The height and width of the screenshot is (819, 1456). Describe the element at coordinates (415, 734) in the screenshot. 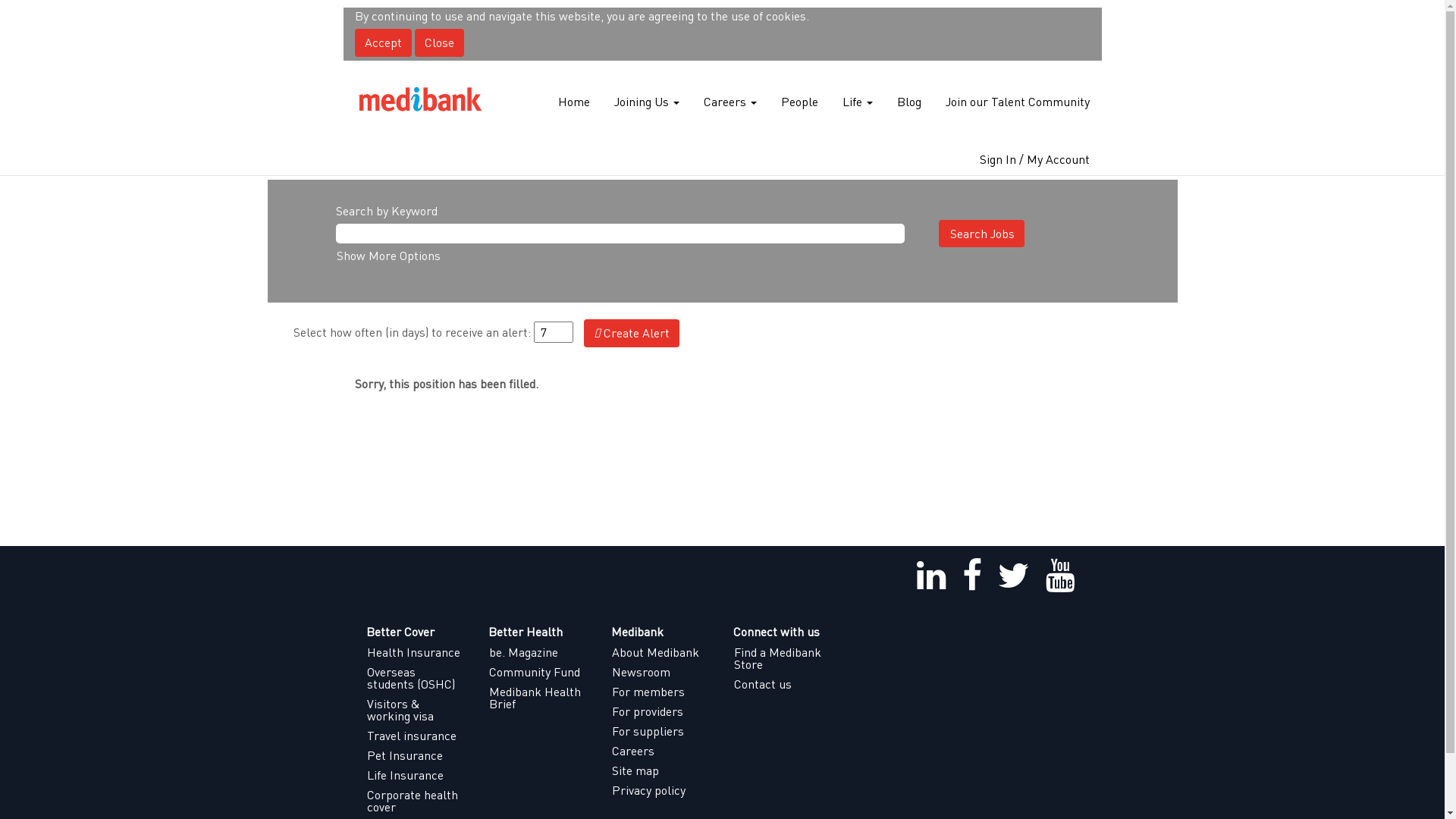

I see `'Travel insurance'` at that location.